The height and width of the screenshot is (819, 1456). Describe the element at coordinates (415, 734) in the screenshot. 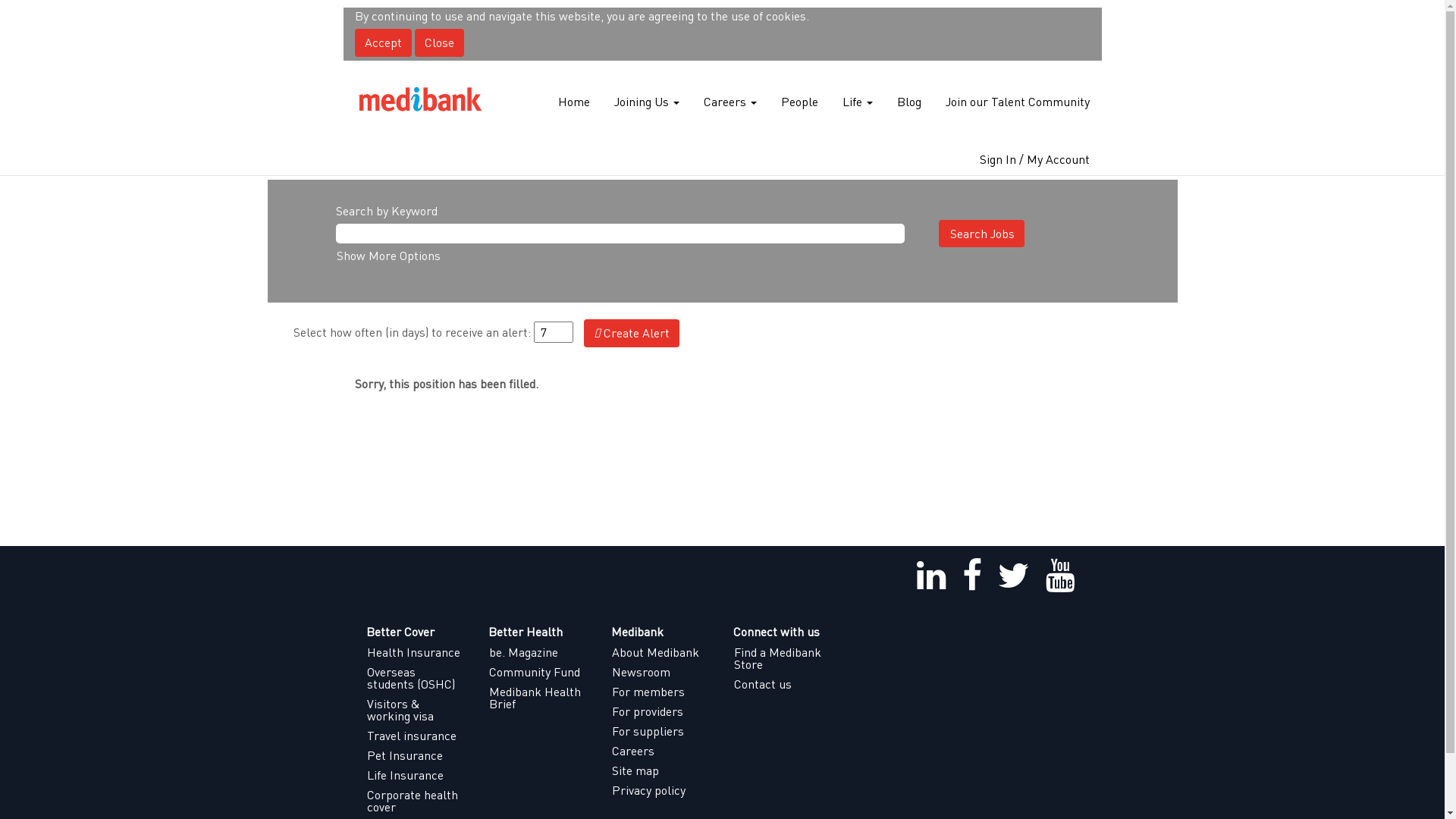

I see `'Travel insurance'` at that location.